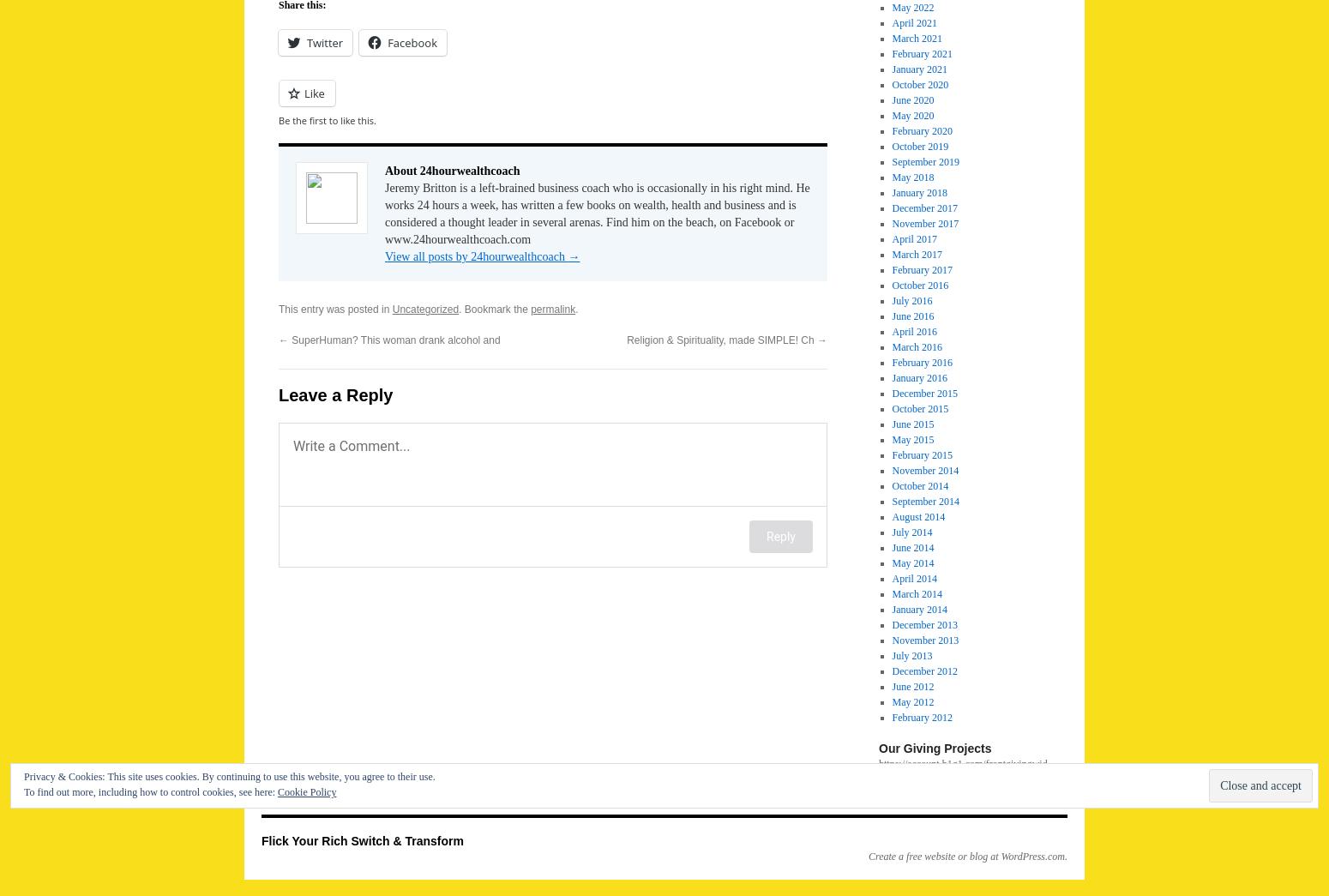  I want to click on 'January 2018', so click(892, 192).